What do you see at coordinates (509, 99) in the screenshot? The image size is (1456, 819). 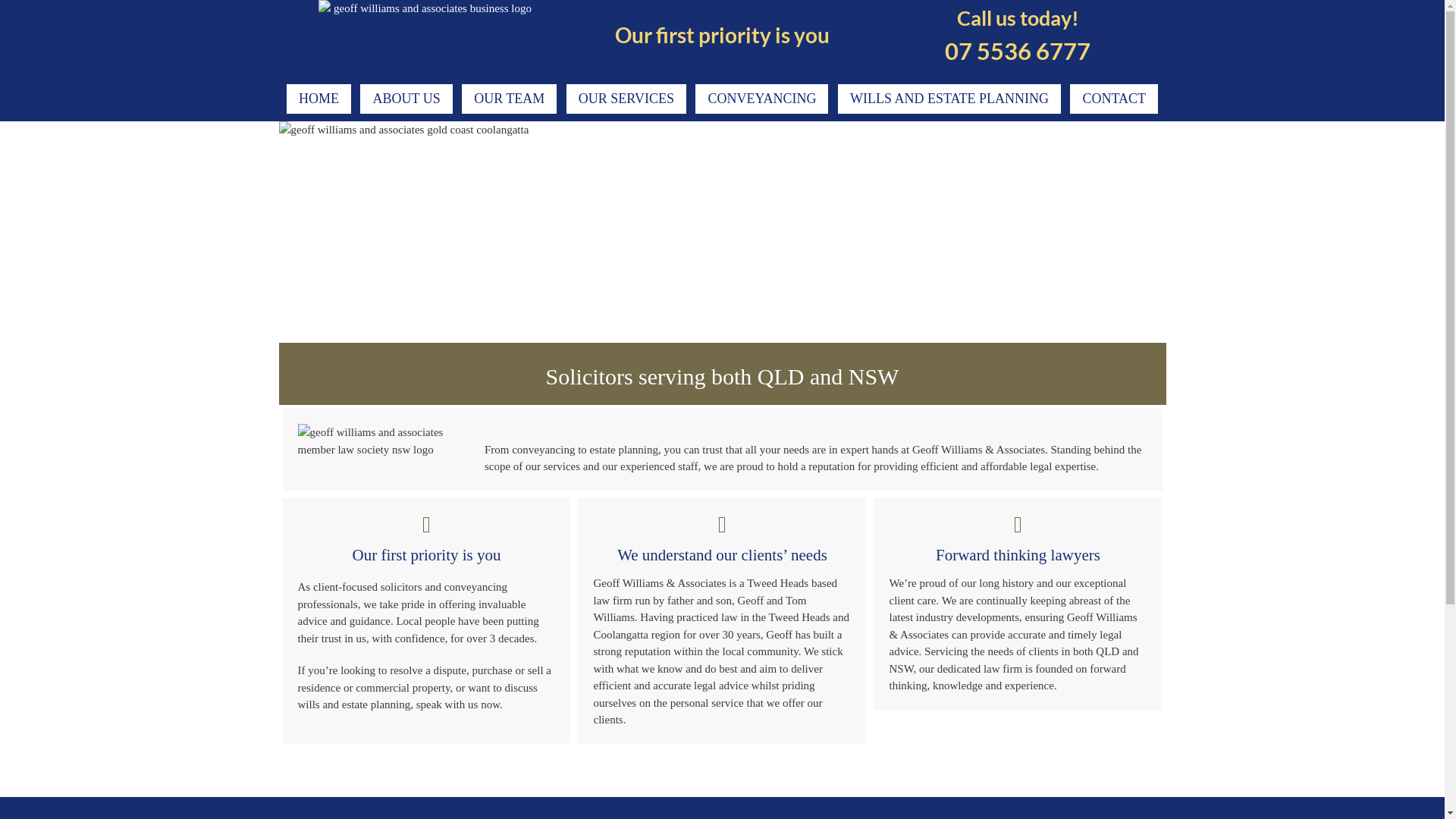 I see `'OUR TEAM'` at bounding box center [509, 99].